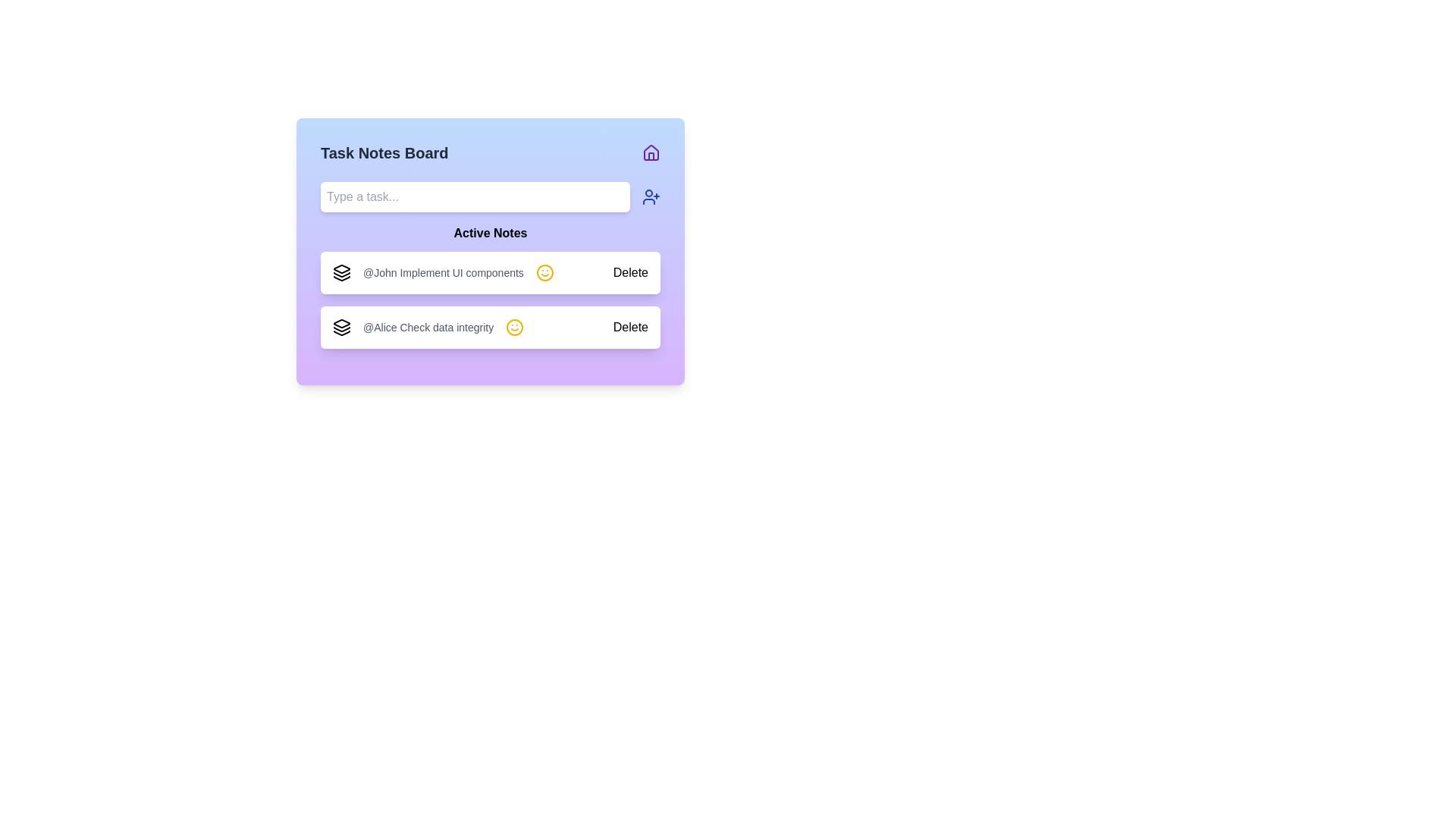 The height and width of the screenshot is (819, 1456). What do you see at coordinates (651, 196) in the screenshot?
I see `the blue user icon with a plus sign` at bounding box center [651, 196].